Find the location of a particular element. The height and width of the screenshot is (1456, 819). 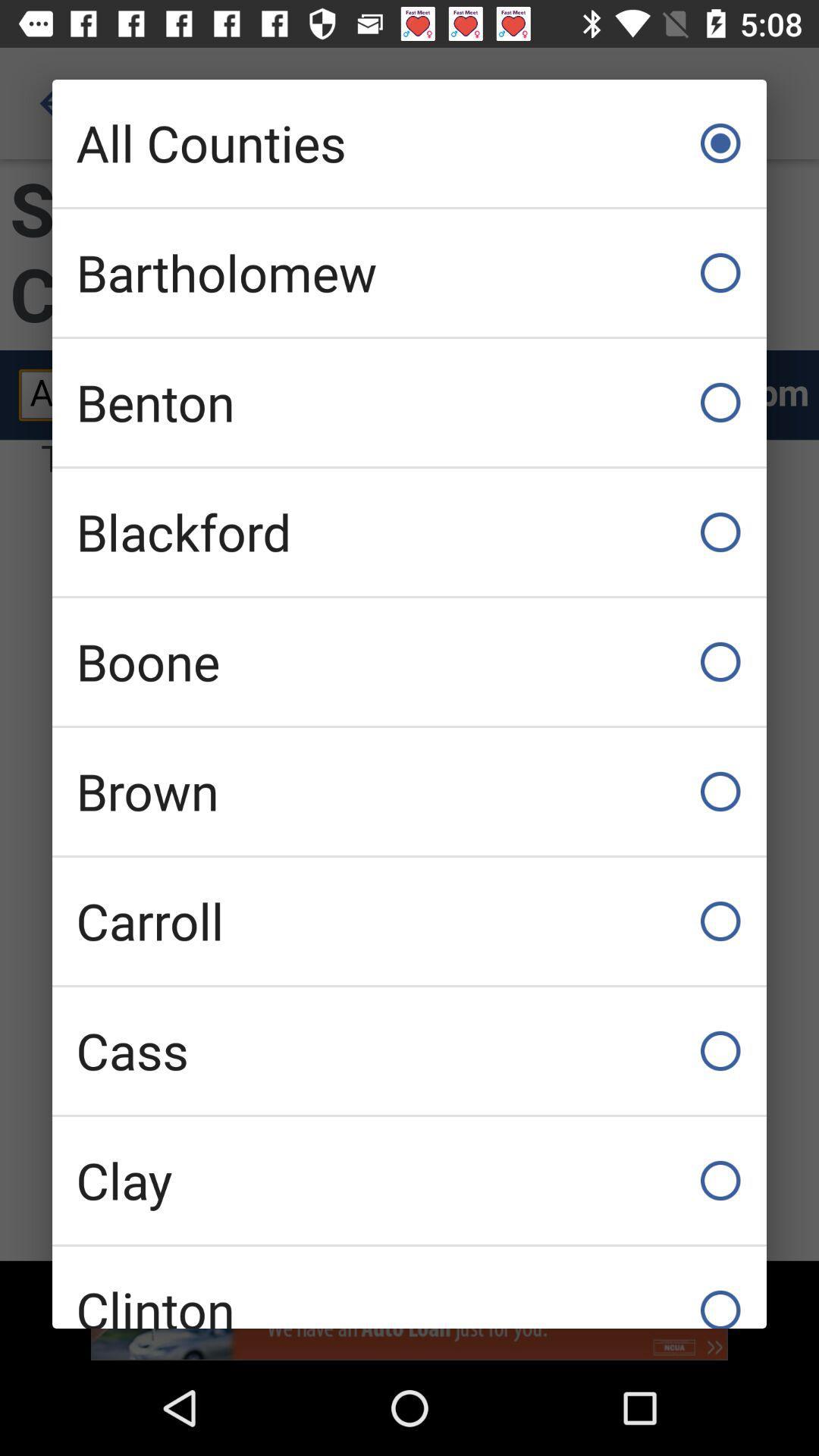

the blackford item is located at coordinates (409, 532).